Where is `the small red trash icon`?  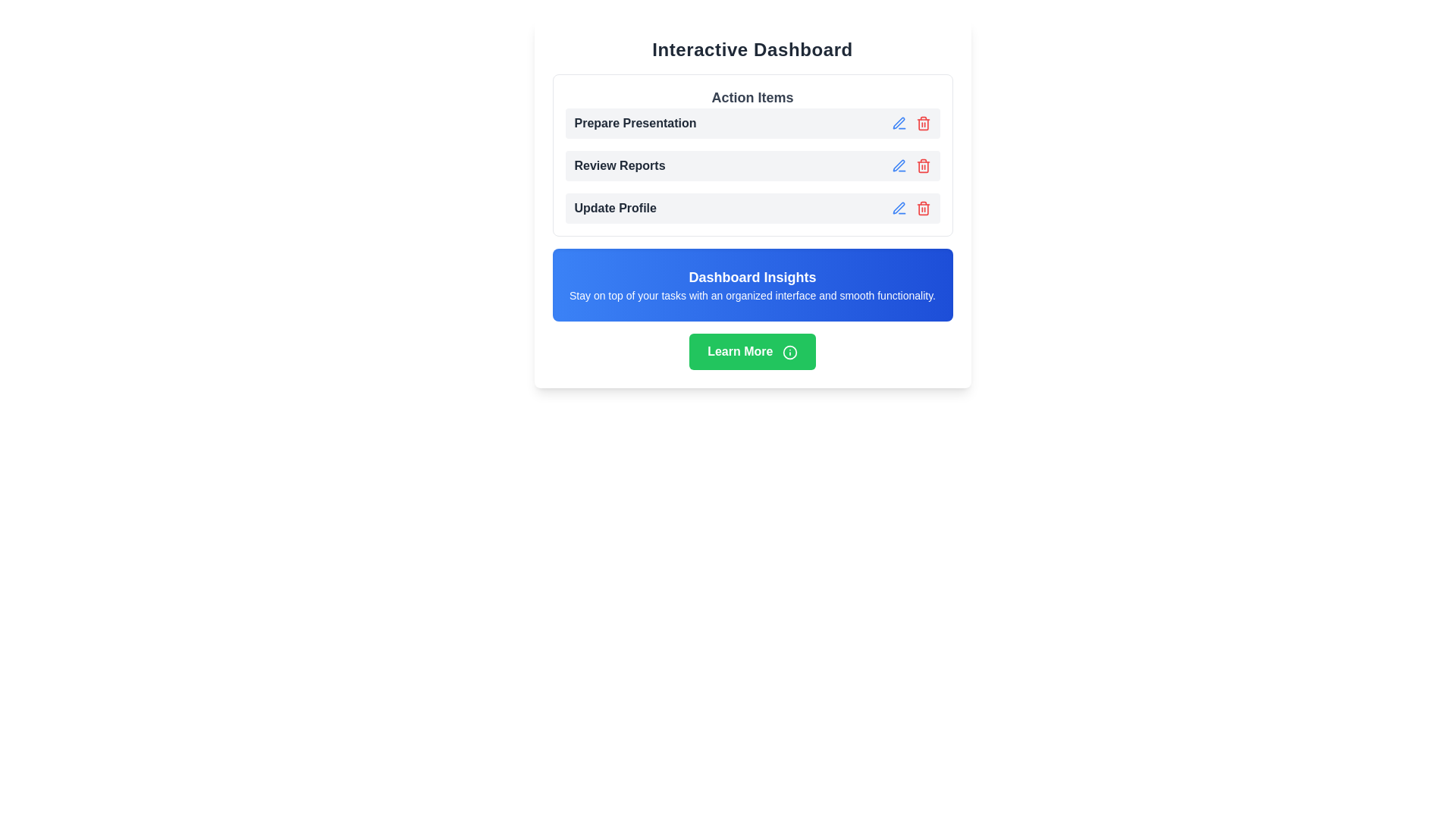
the small red trash icon is located at coordinates (922, 208).